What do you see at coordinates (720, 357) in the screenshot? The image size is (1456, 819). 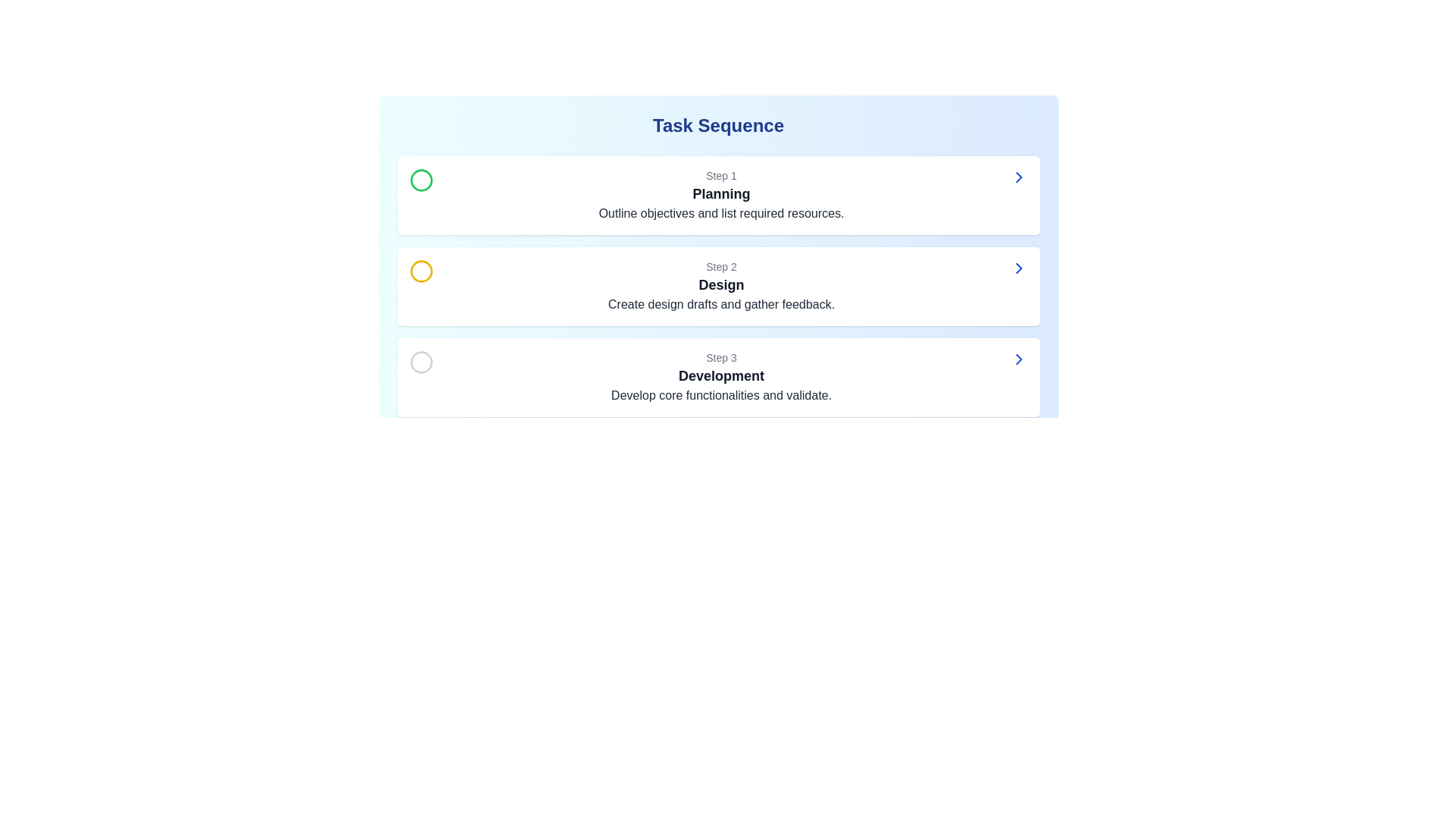 I see `the text label reading 'Step 3', which is a small gray font located above the bold 'Development' label in the third task card` at bounding box center [720, 357].